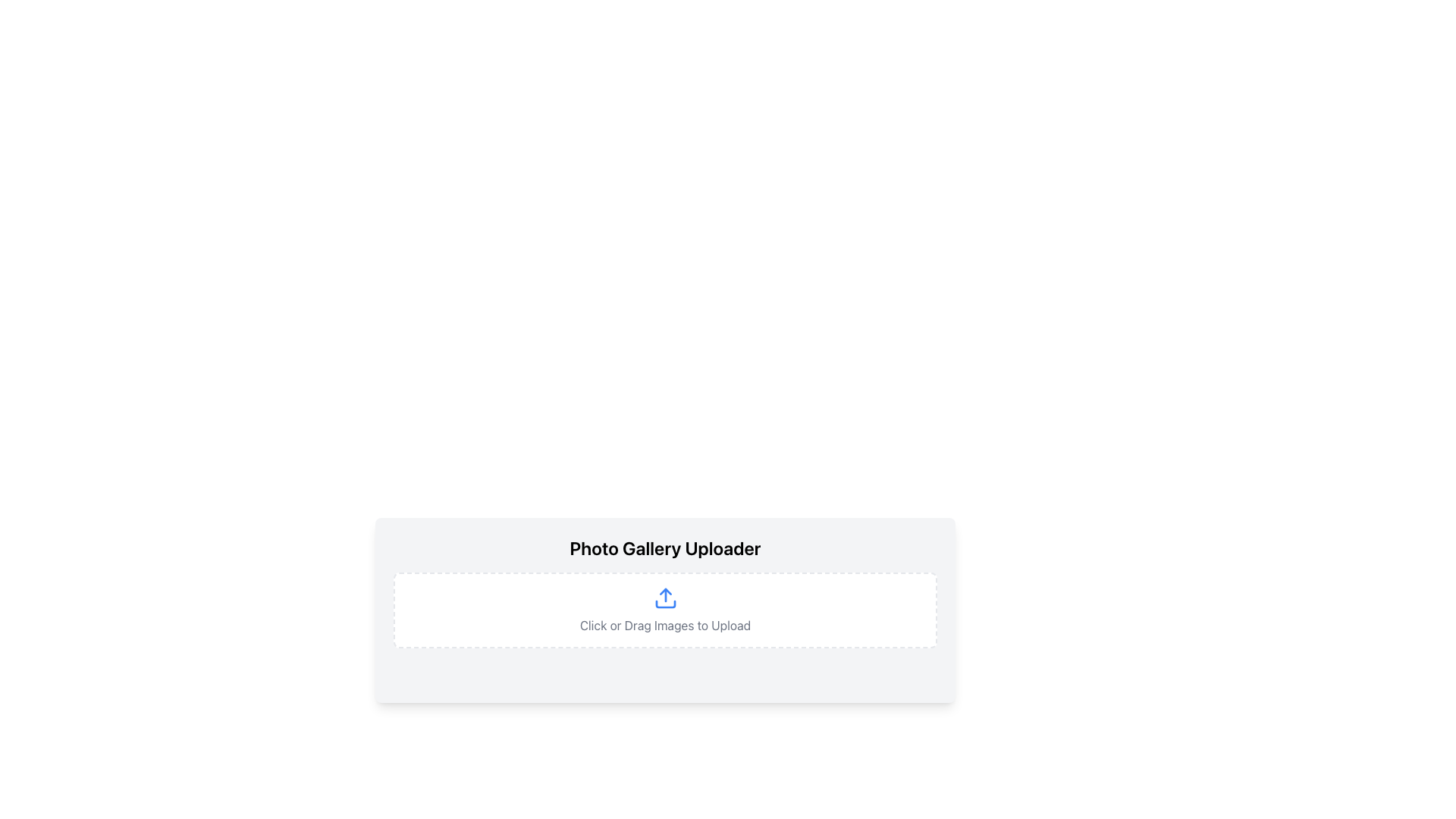 The image size is (1456, 819). What do you see at coordinates (665, 629) in the screenshot?
I see `the File Upload Widget, which features a dashed rectangle icon with a blue upload icon and instructions saying 'Click or Drag Images to Upload.'` at bounding box center [665, 629].